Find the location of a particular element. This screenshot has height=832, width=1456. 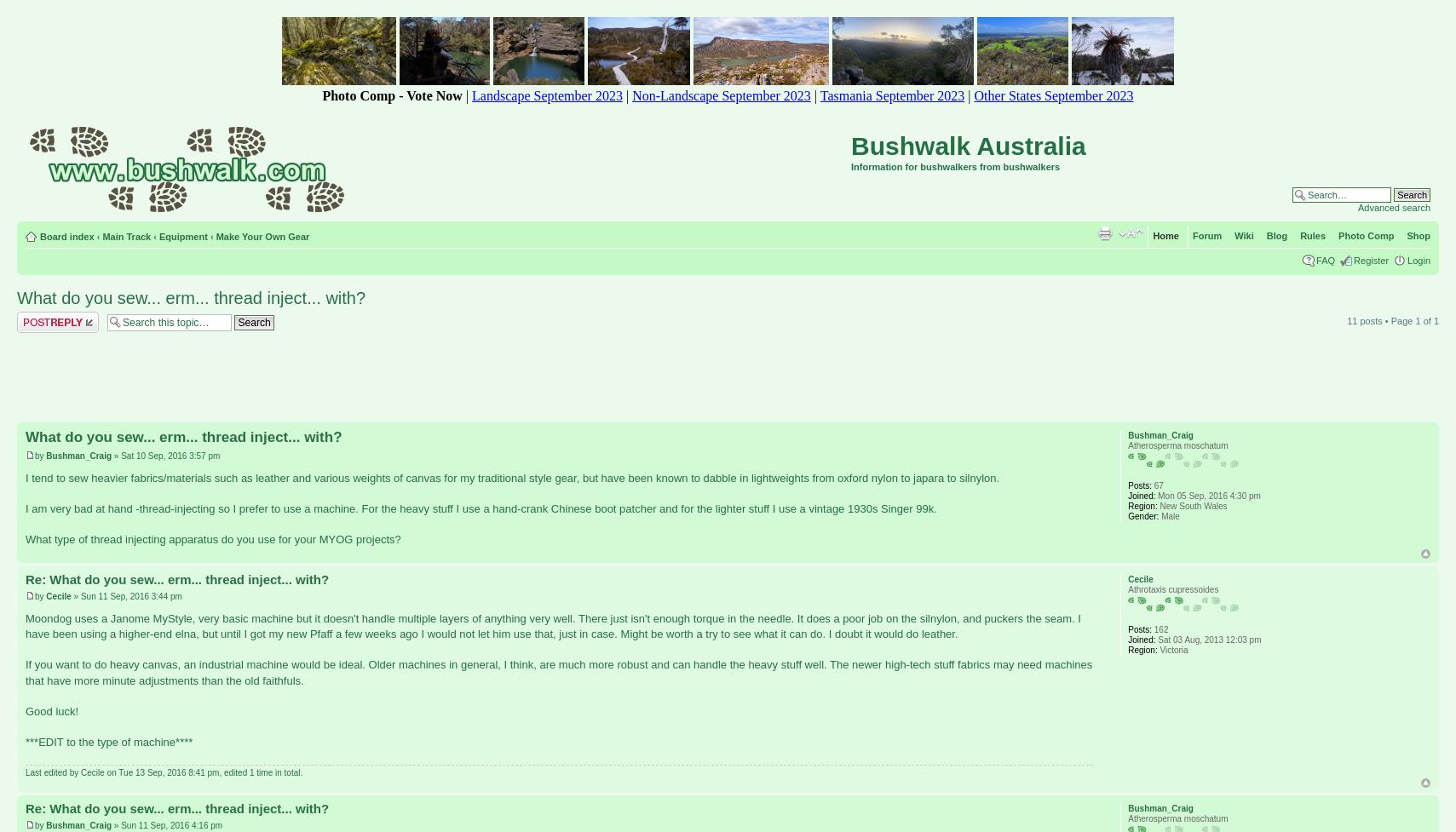

'Male' is located at coordinates (1168, 515).